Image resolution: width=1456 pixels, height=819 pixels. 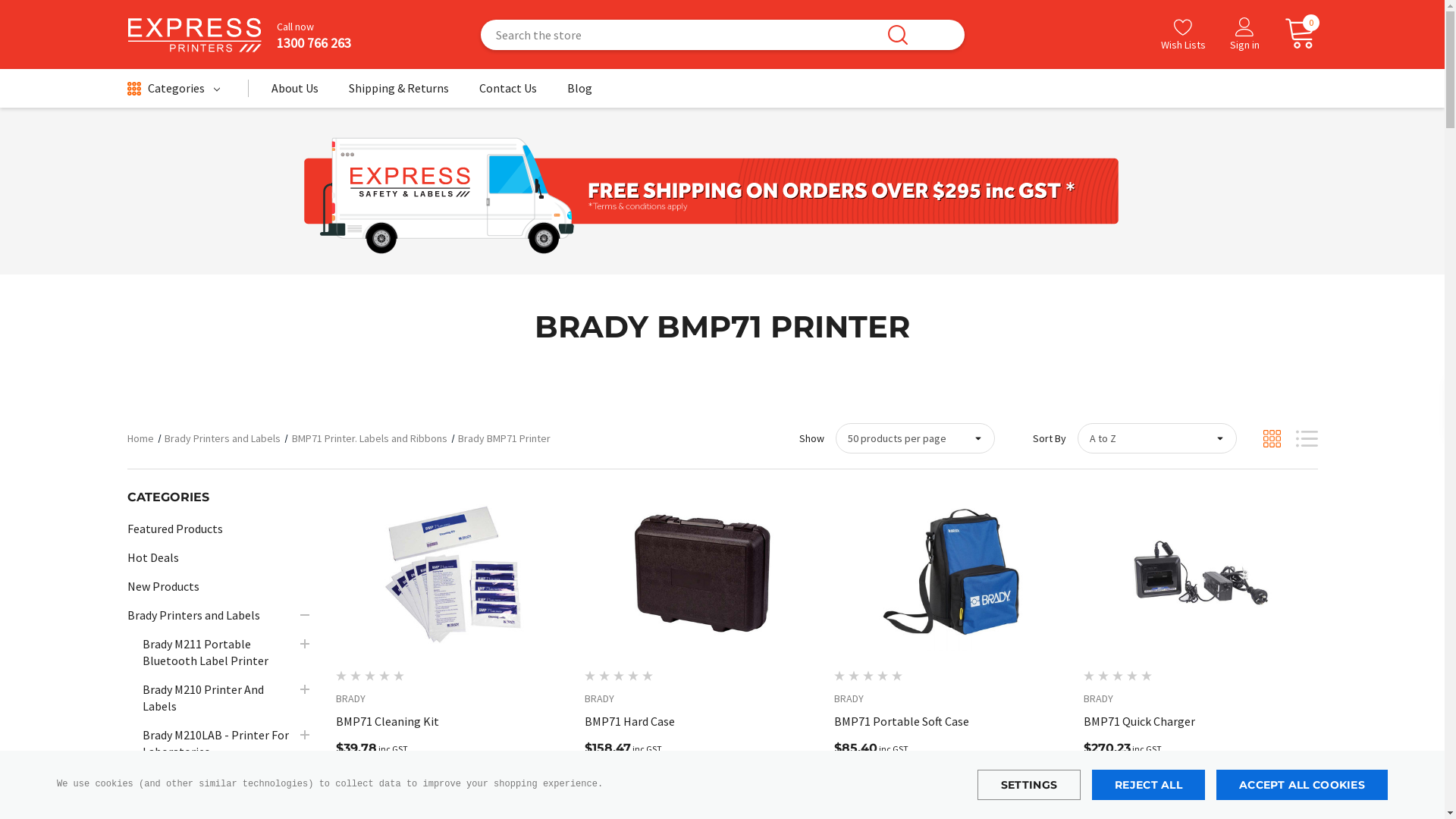 What do you see at coordinates (140, 438) in the screenshot?
I see `'Home'` at bounding box center [140, 438].